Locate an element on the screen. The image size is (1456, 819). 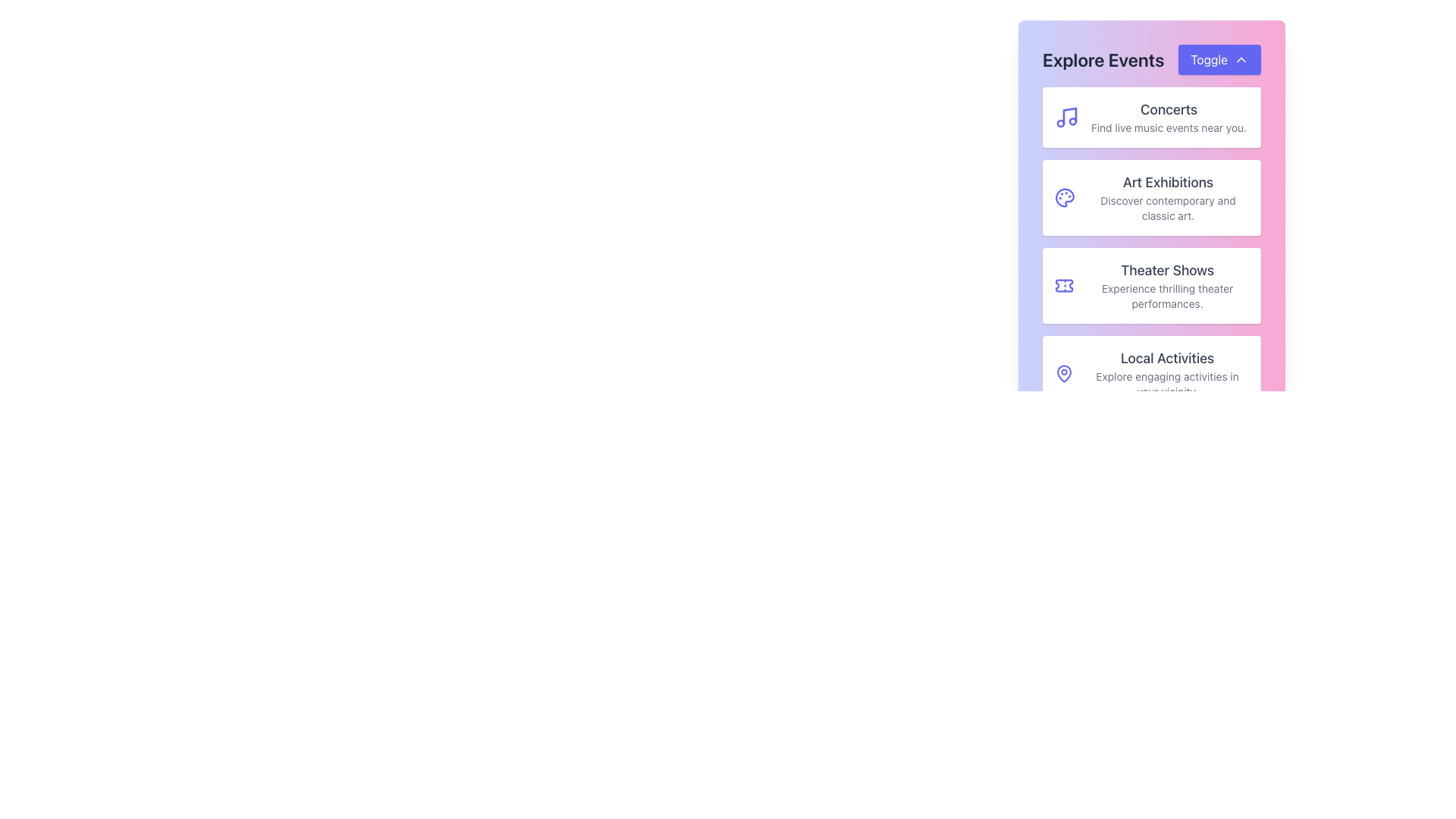
the second card representing art exhibitions is located at coordinates (1151, 196).